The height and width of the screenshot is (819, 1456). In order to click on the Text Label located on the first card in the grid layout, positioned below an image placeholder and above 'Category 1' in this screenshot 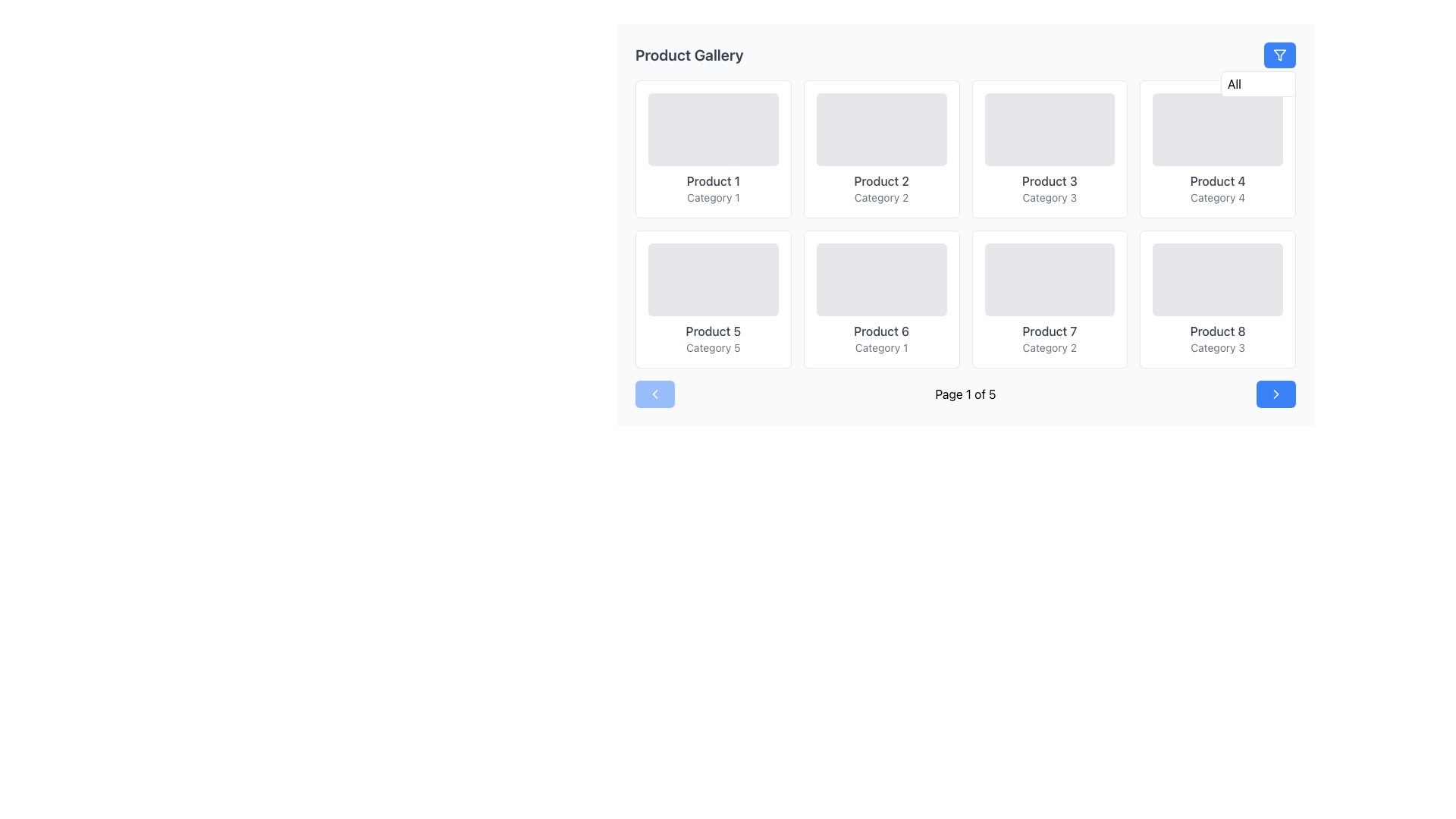, I will do `click(712, 180)`.